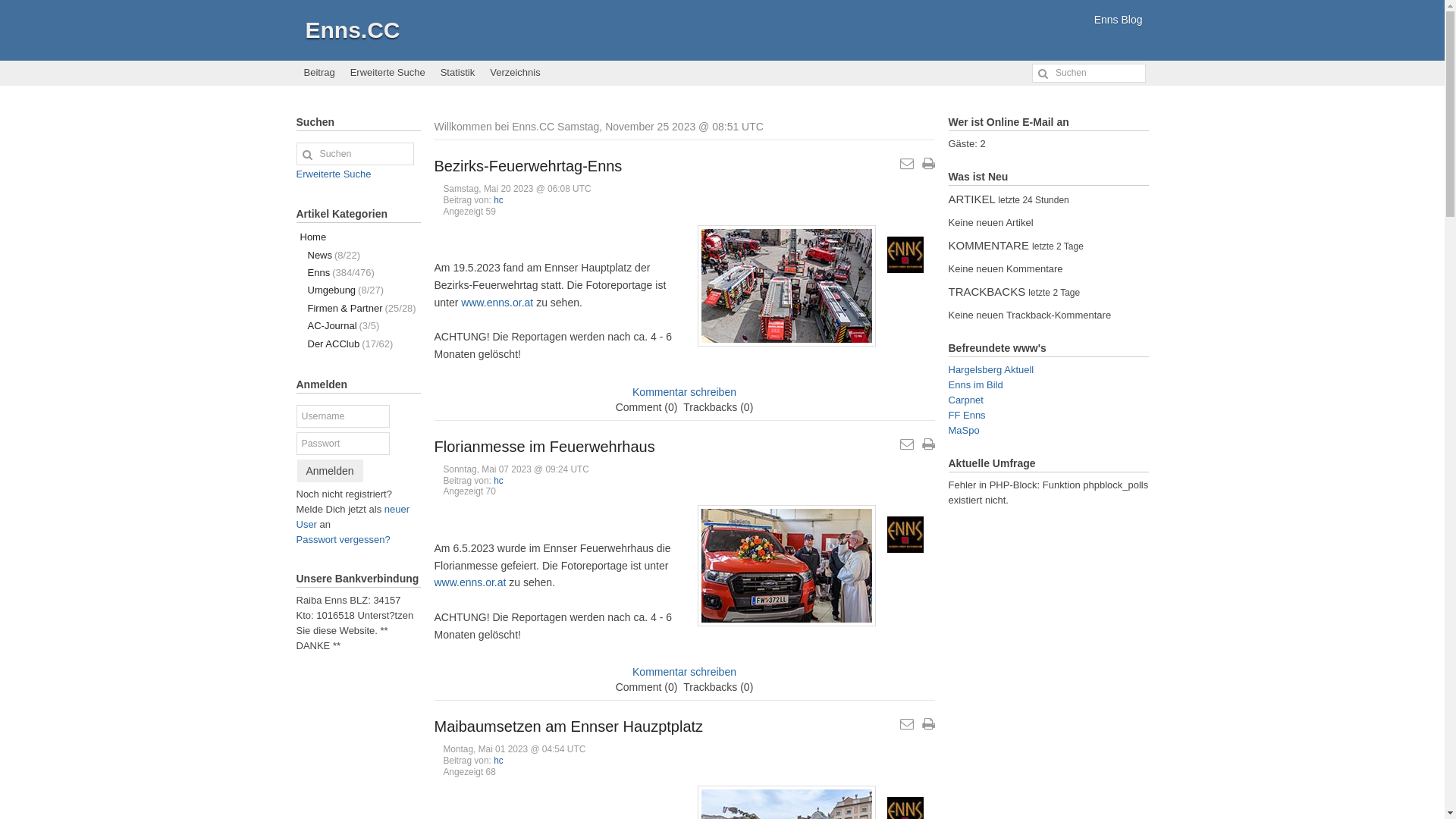 The width and height of the screenshot is (1456, 819). Describe the element at coordinates (498, 199) in the screenshot. I see `'hc'` at that location.